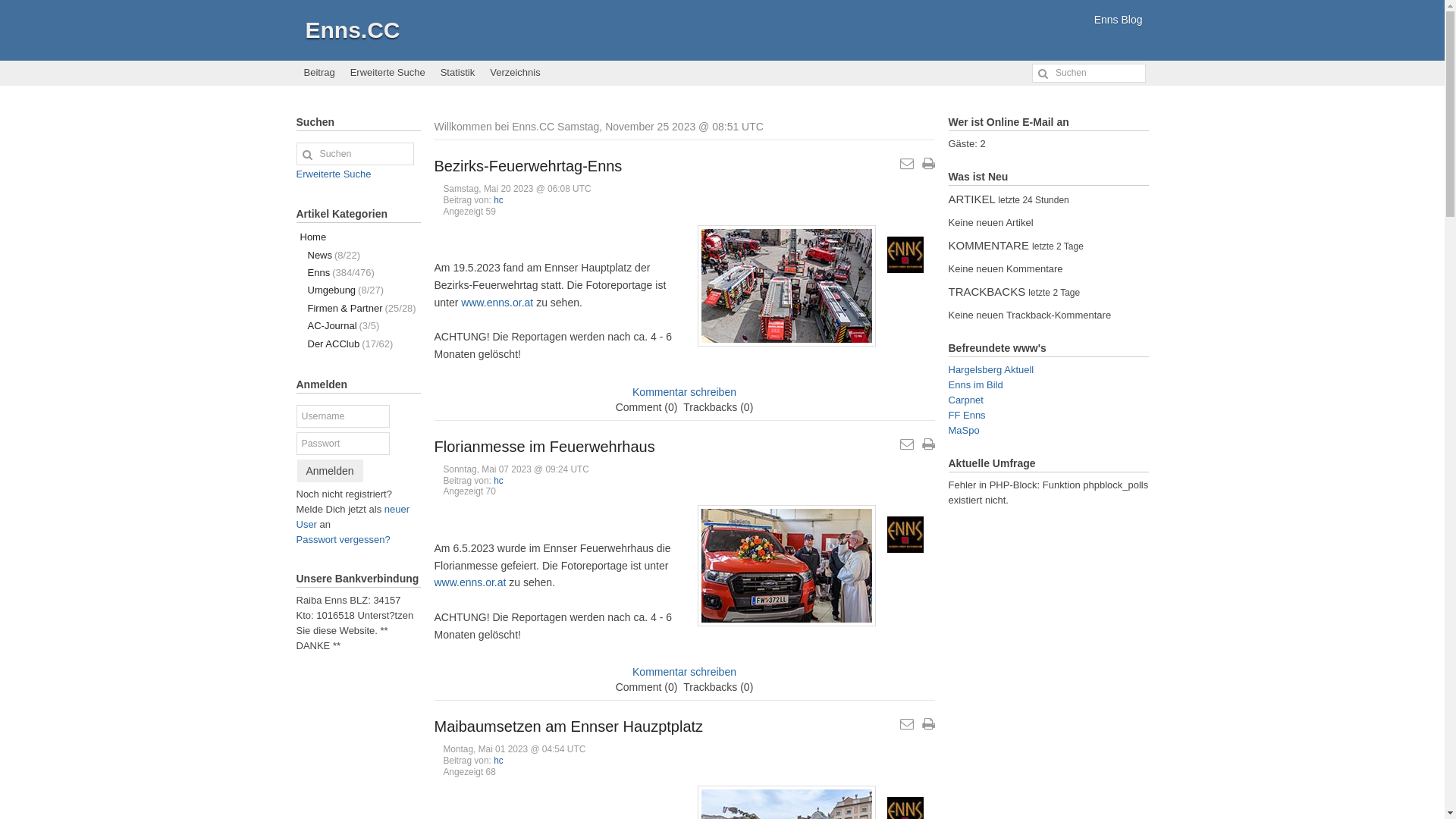 The width and height of the screenshot is (1456, 819). Describe the element at coordinates (498, 199) in the screenshot. I see `'hc'` at that location.